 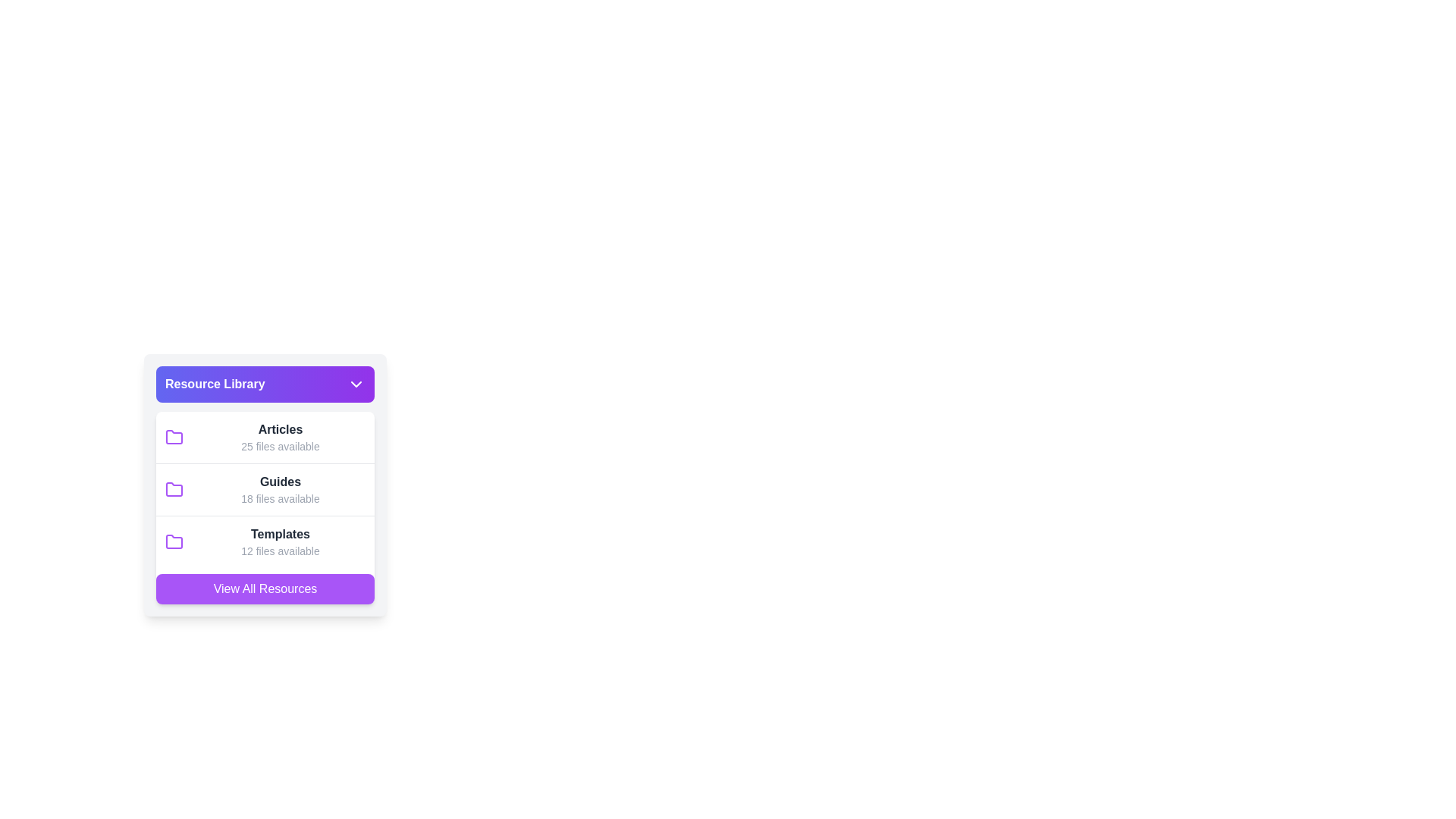 I want to click on the button located at the bottom of the 'Resource Library' card to change its opacity, so click(x=265, y=588).